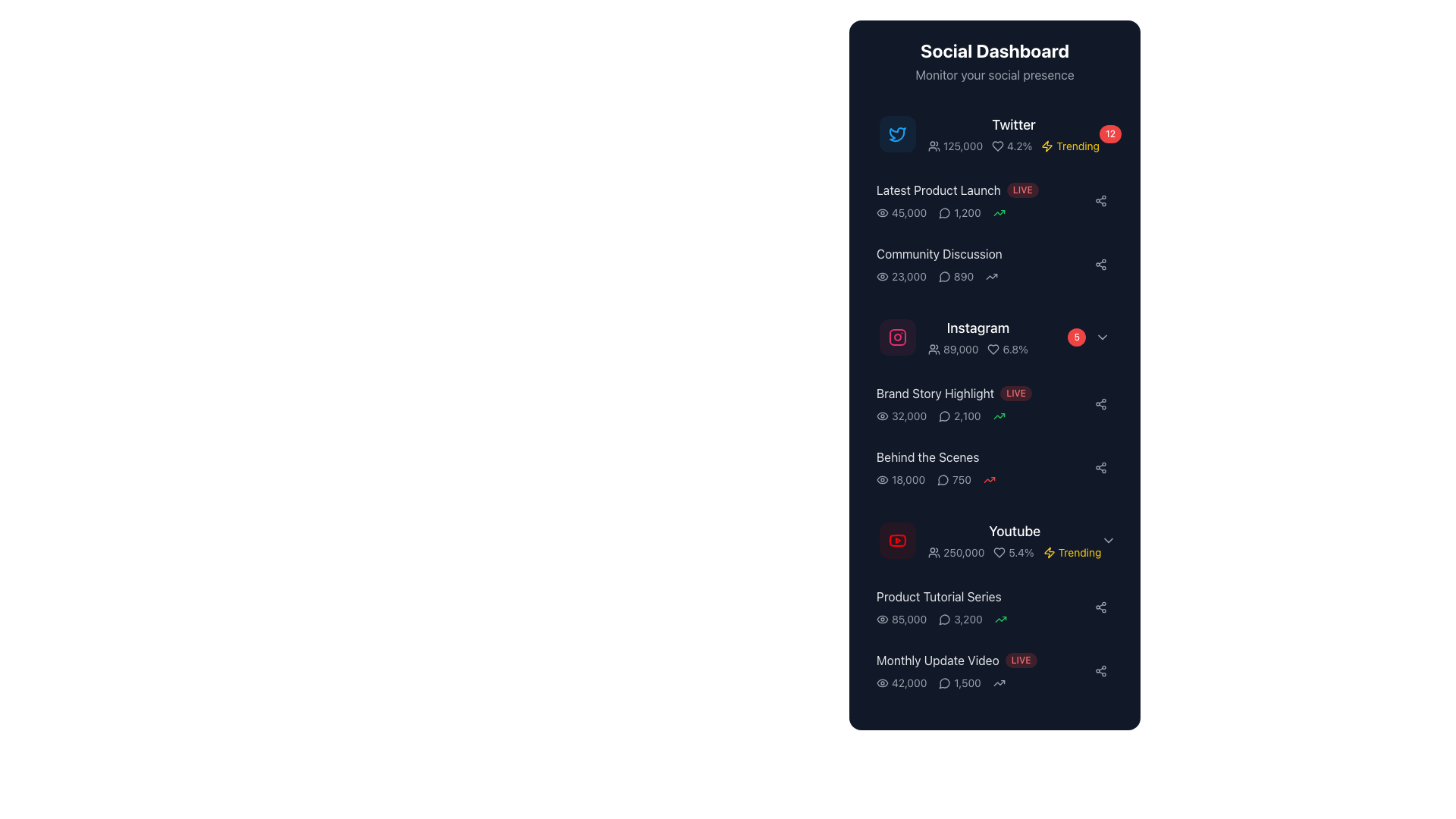  I want to click on the followers icon located to the left of the numeric text '89,000' in the Instagram row within the Social Dashboard, so click(934, 350).